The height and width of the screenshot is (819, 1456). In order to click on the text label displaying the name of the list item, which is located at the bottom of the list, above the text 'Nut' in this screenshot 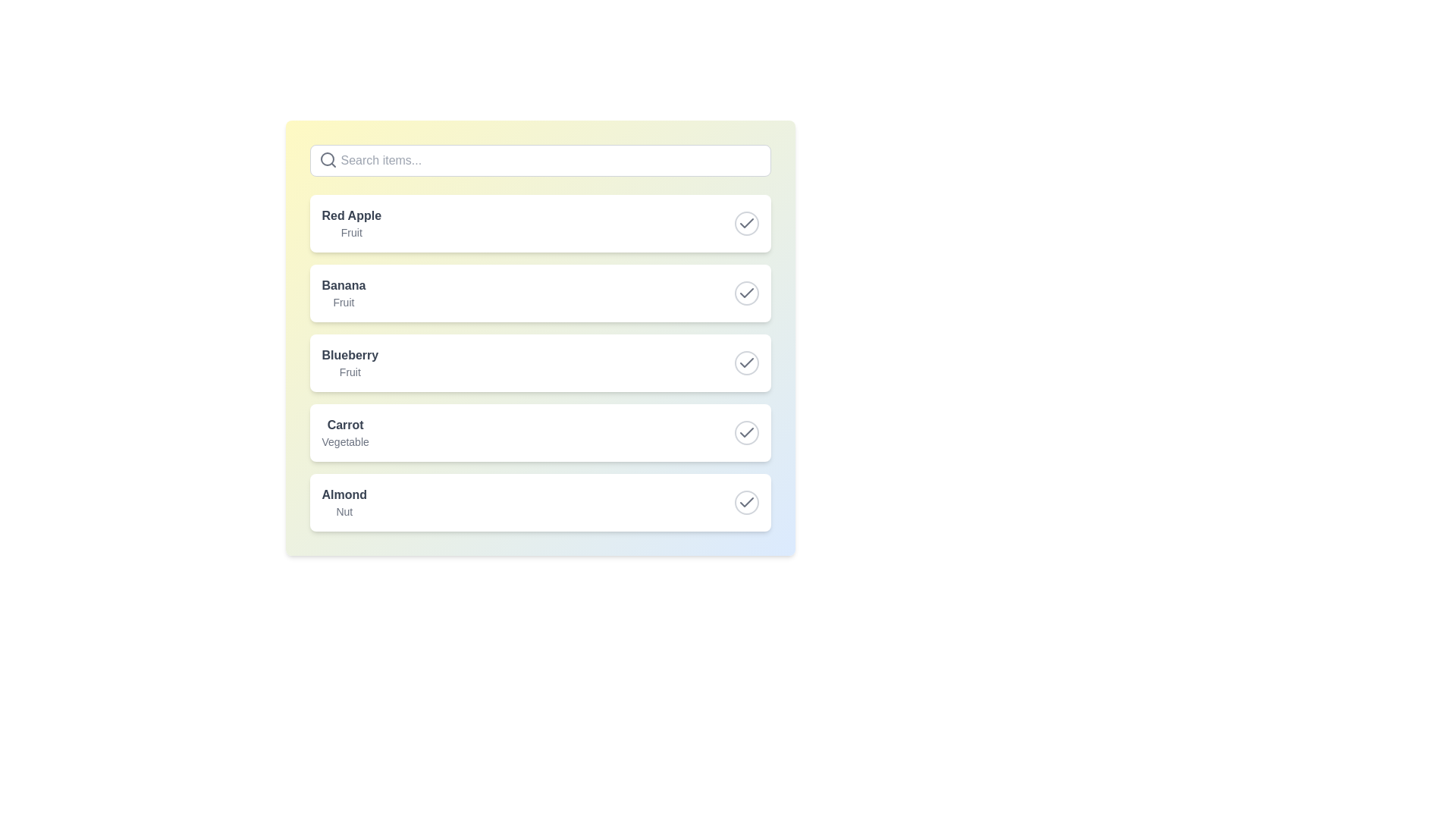, I will do `click(344, 494)`.